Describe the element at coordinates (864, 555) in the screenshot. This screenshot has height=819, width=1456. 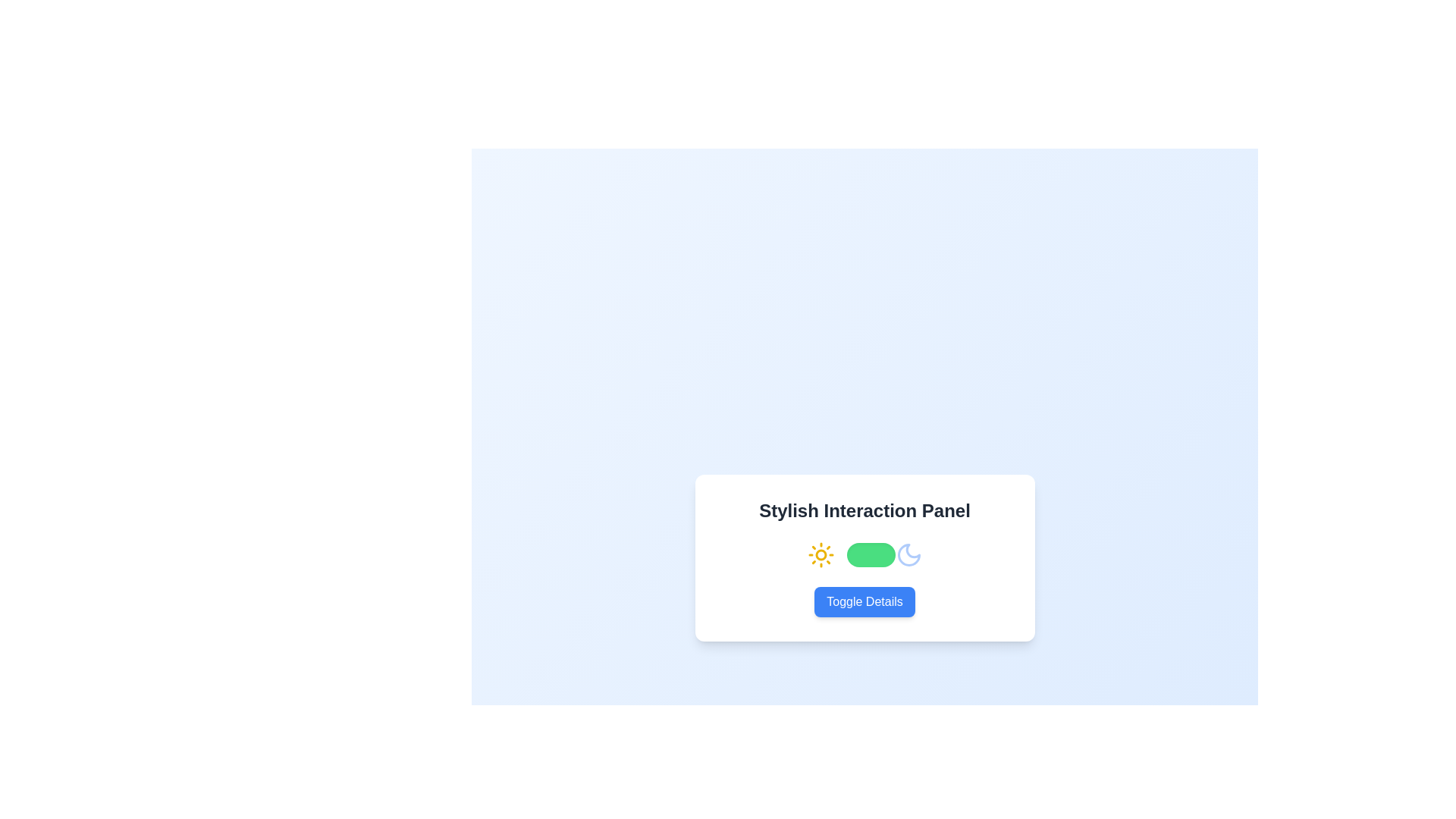
I see `the toggle switch with a green oval background and a white circular thumb` at that location.